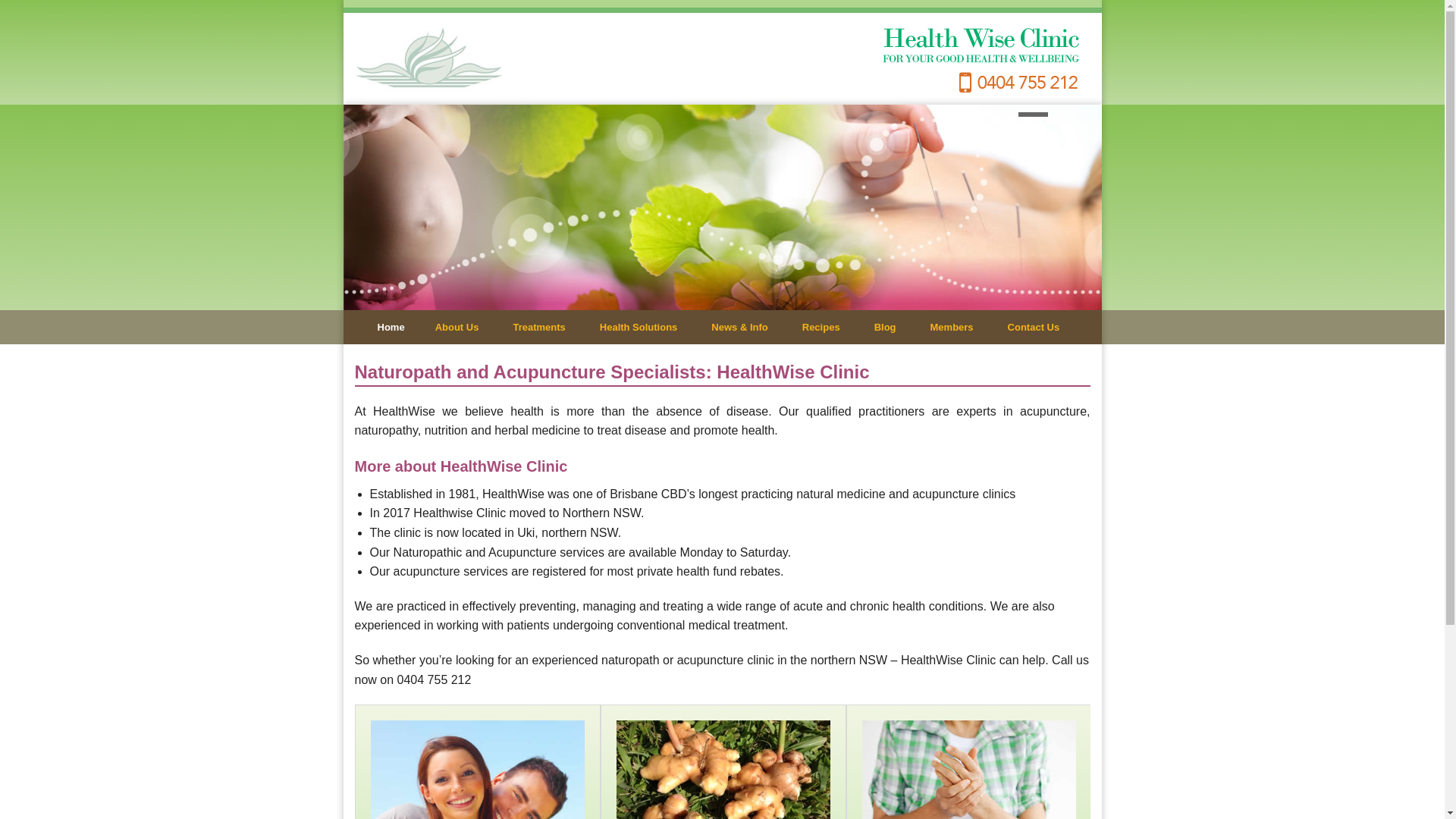  Describe the element at coordinates (745, 326) in the screenshot. I see `'News & Info'` at that location.